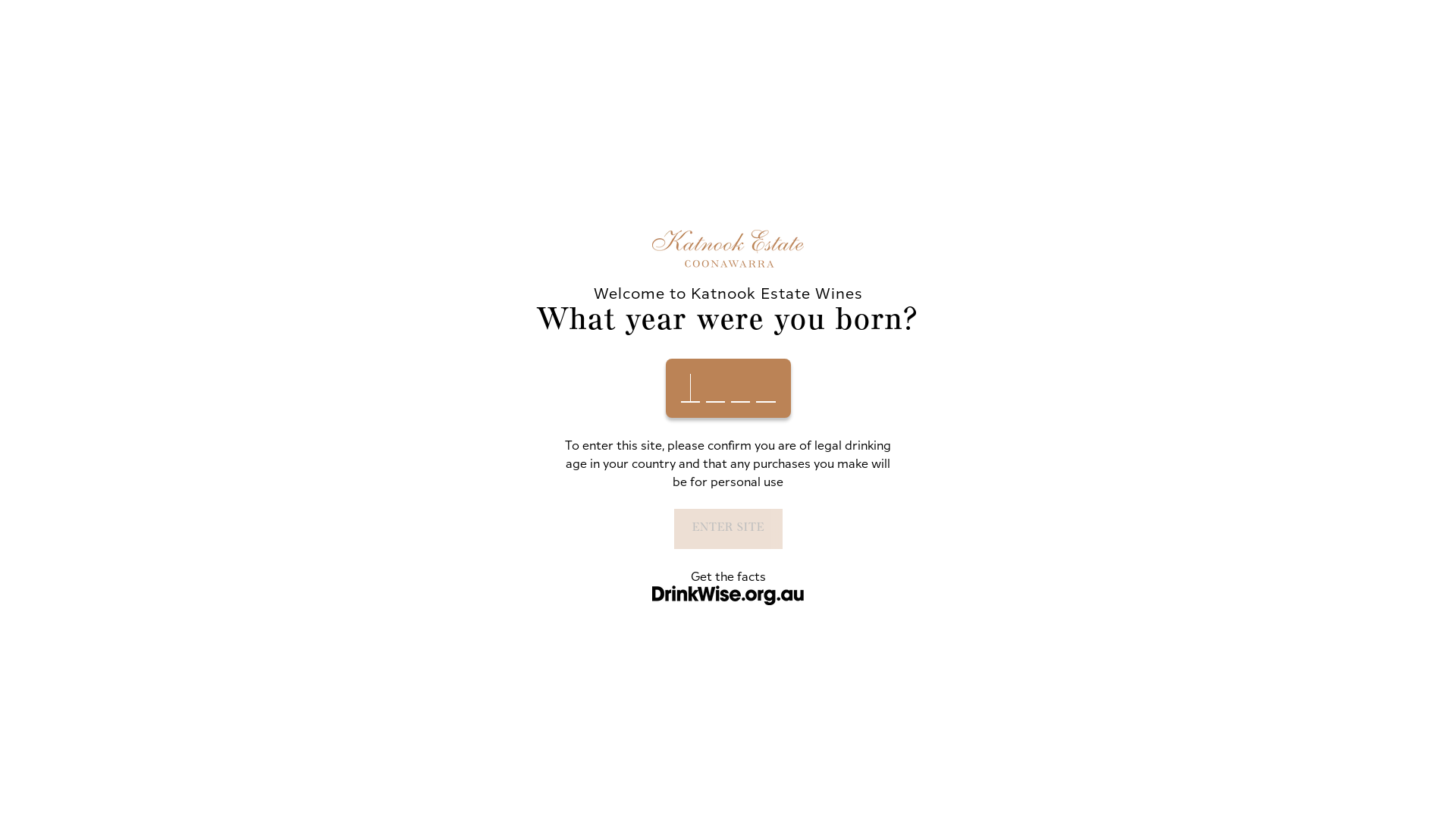 The height and width of the screenshot is (819, 1456). Describe the element at coordinates (945, 72) in the screenshot. I see `'JOIN THE CLUB'` at that location.